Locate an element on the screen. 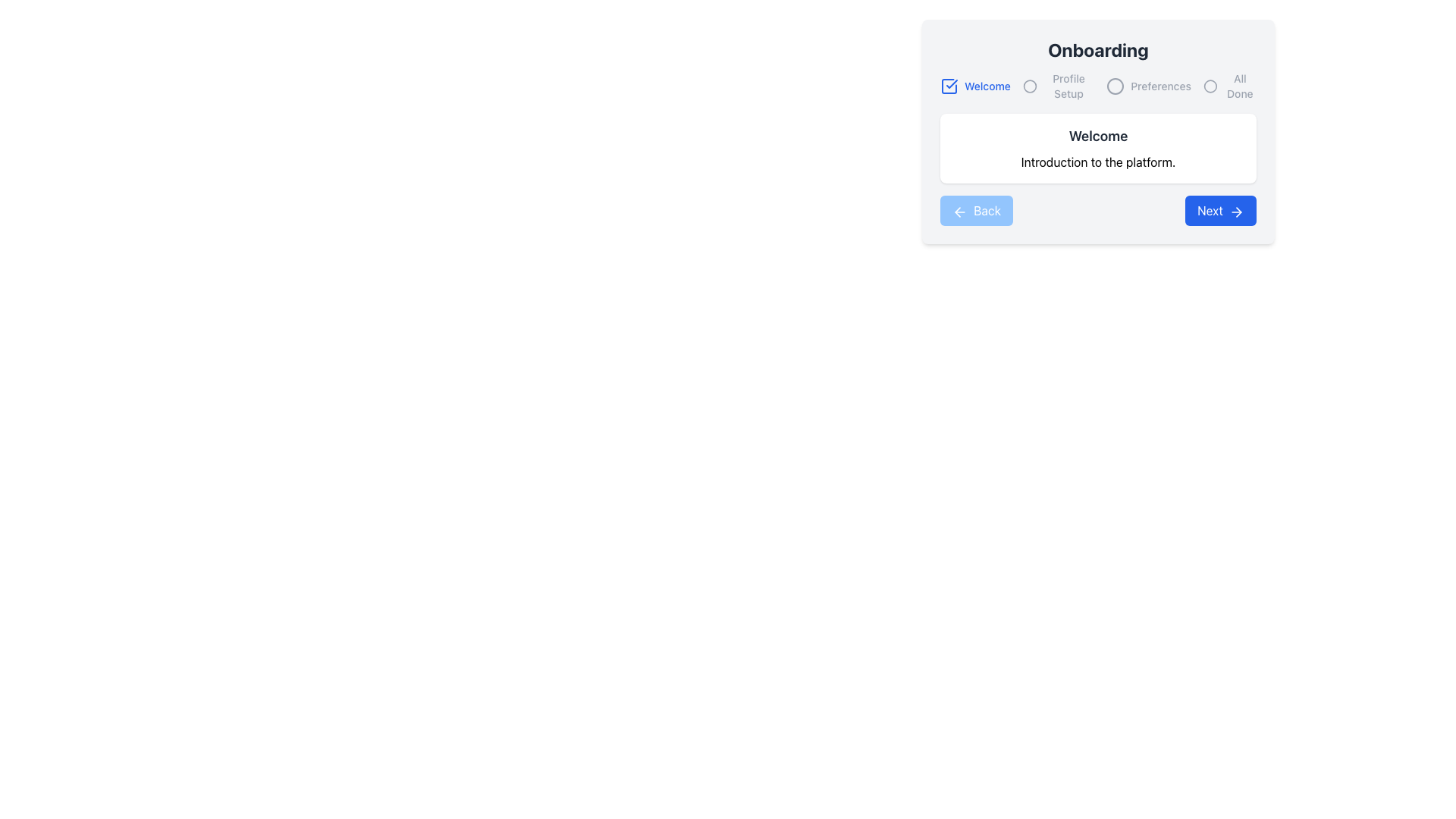  the static indicator component labeled 'Profile Setup' which consists of a gray circular icon and smaller gray text, positioned as the second item in a horizontal navigation bar is located at coordinates (1058, 86).